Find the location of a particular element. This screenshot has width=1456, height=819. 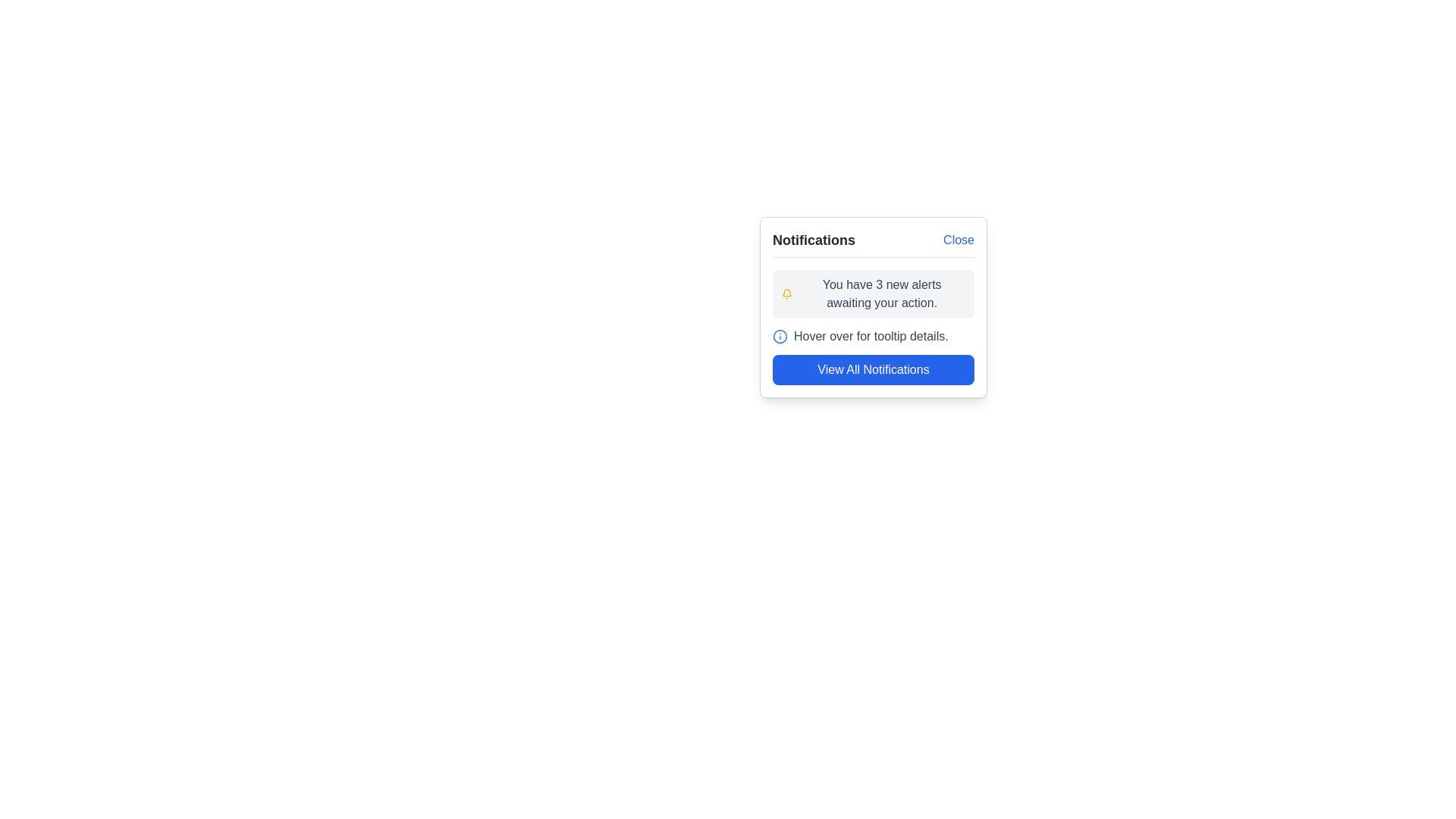

the button at the bottom of the notifications panel is located at coordinates (874, 370).